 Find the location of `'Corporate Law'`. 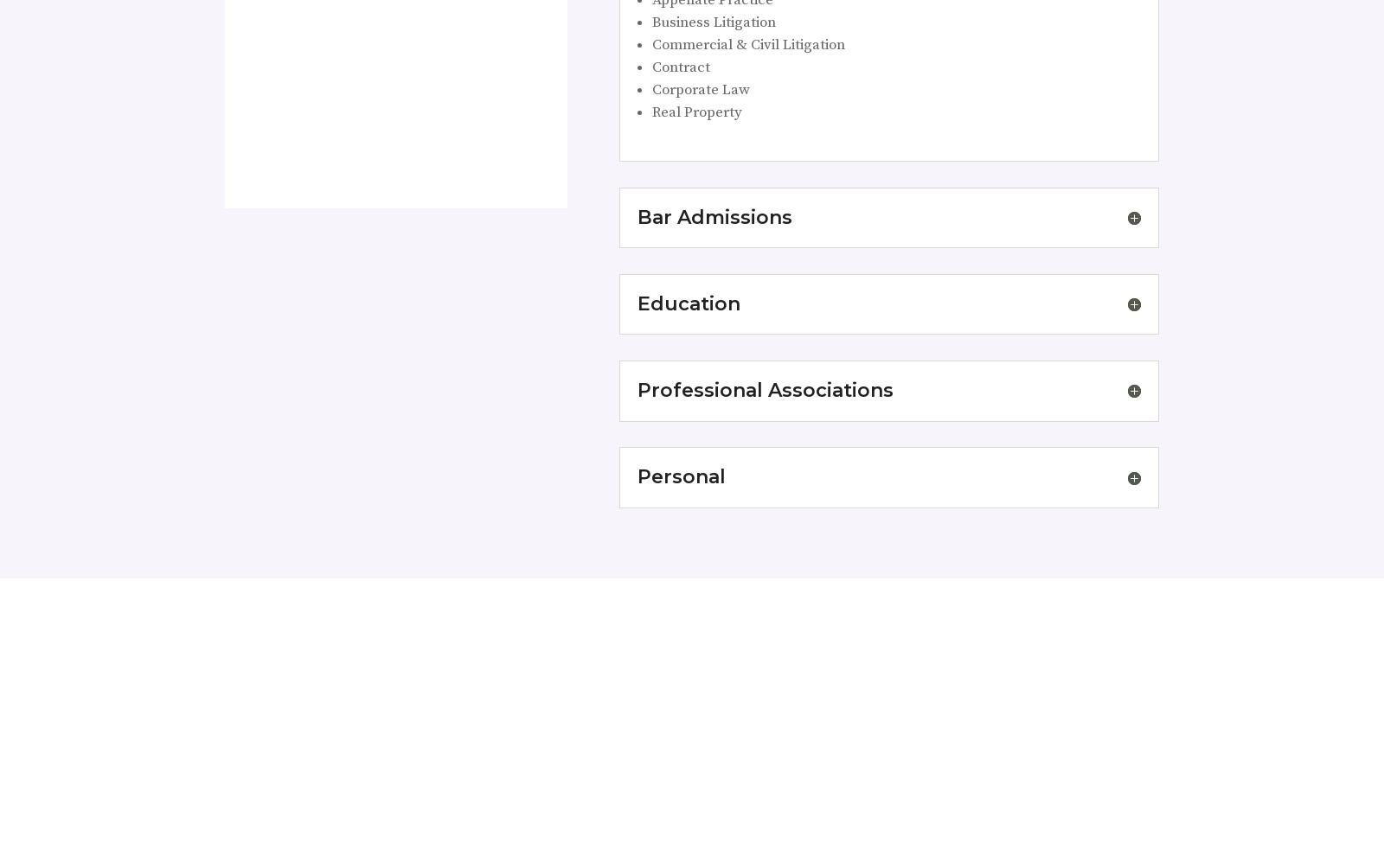

'Corporate Law' is located at coordinates (699, 89).